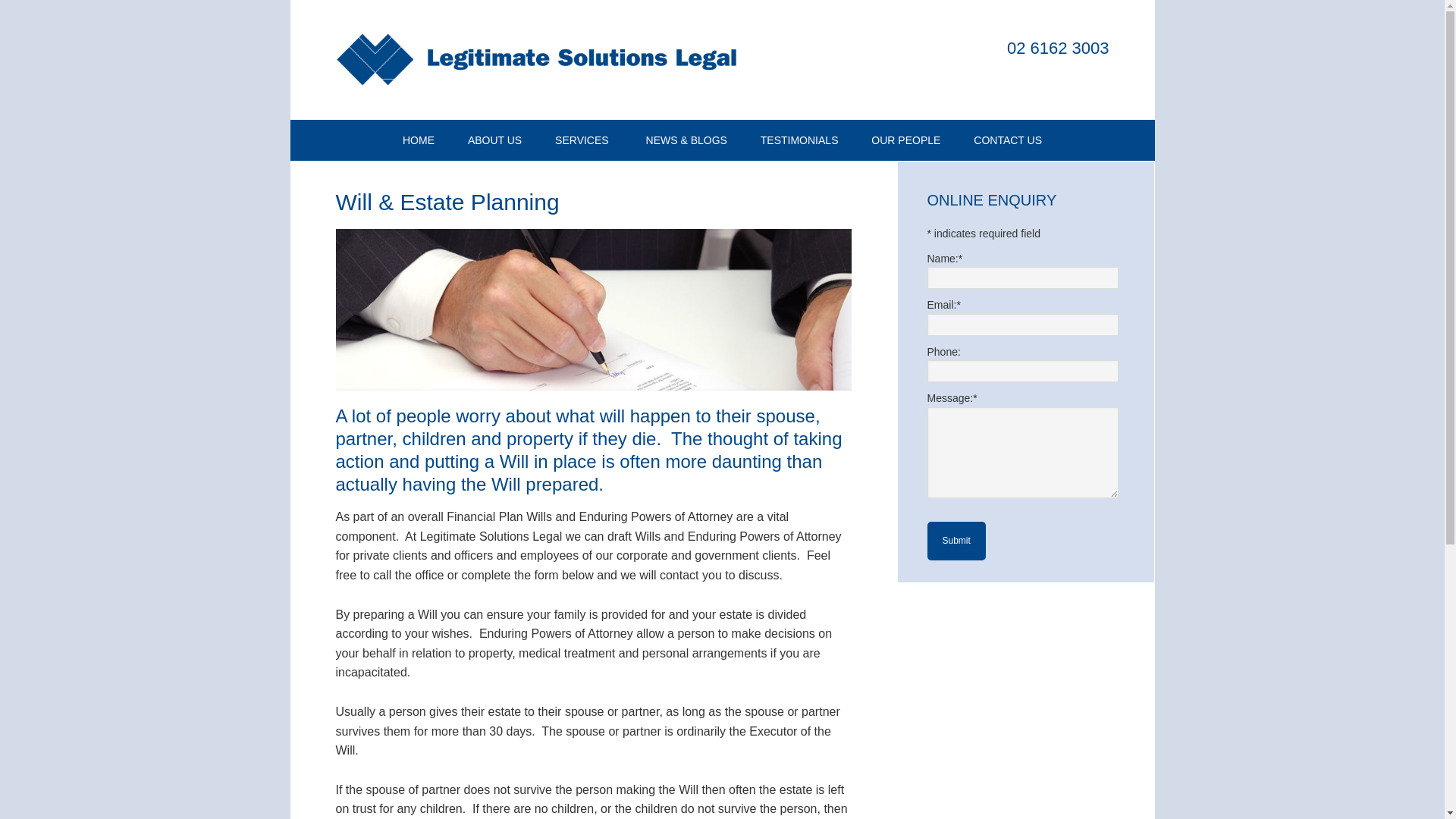  Describe the element at coordinates (686, 140) in the screenshot. I see `'NEWS & BLOGS'` at that location.